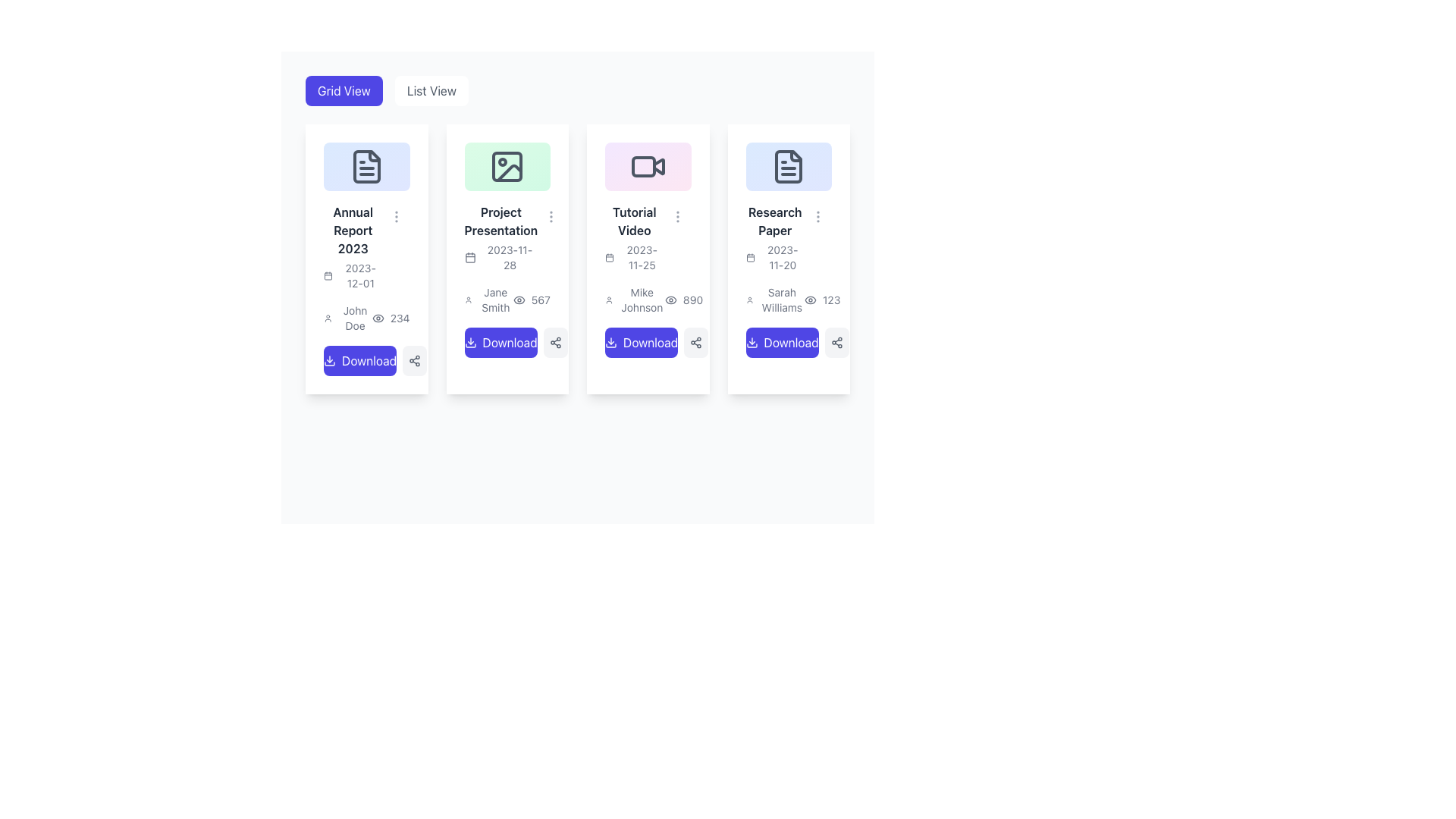  I want to click on the calendar icon located in the third card from the left, below the title 'Tutorial Video', so click(610, 256).